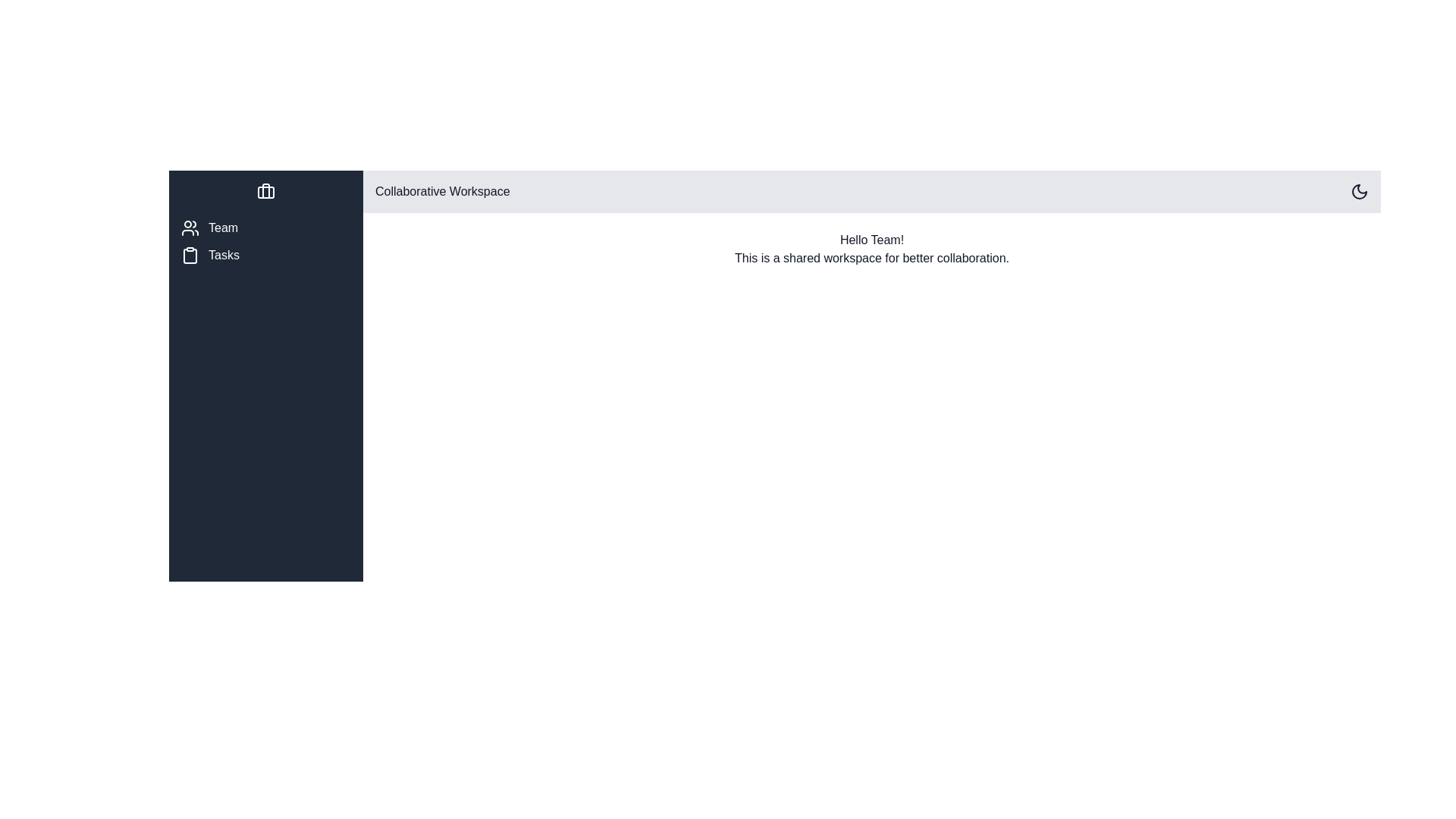 This screenshot has height=819, width=1456. I want to click on the 'Team' text label, which is styled in white on a dark background and is located in the left-side navigation panel, so click(222, 227).